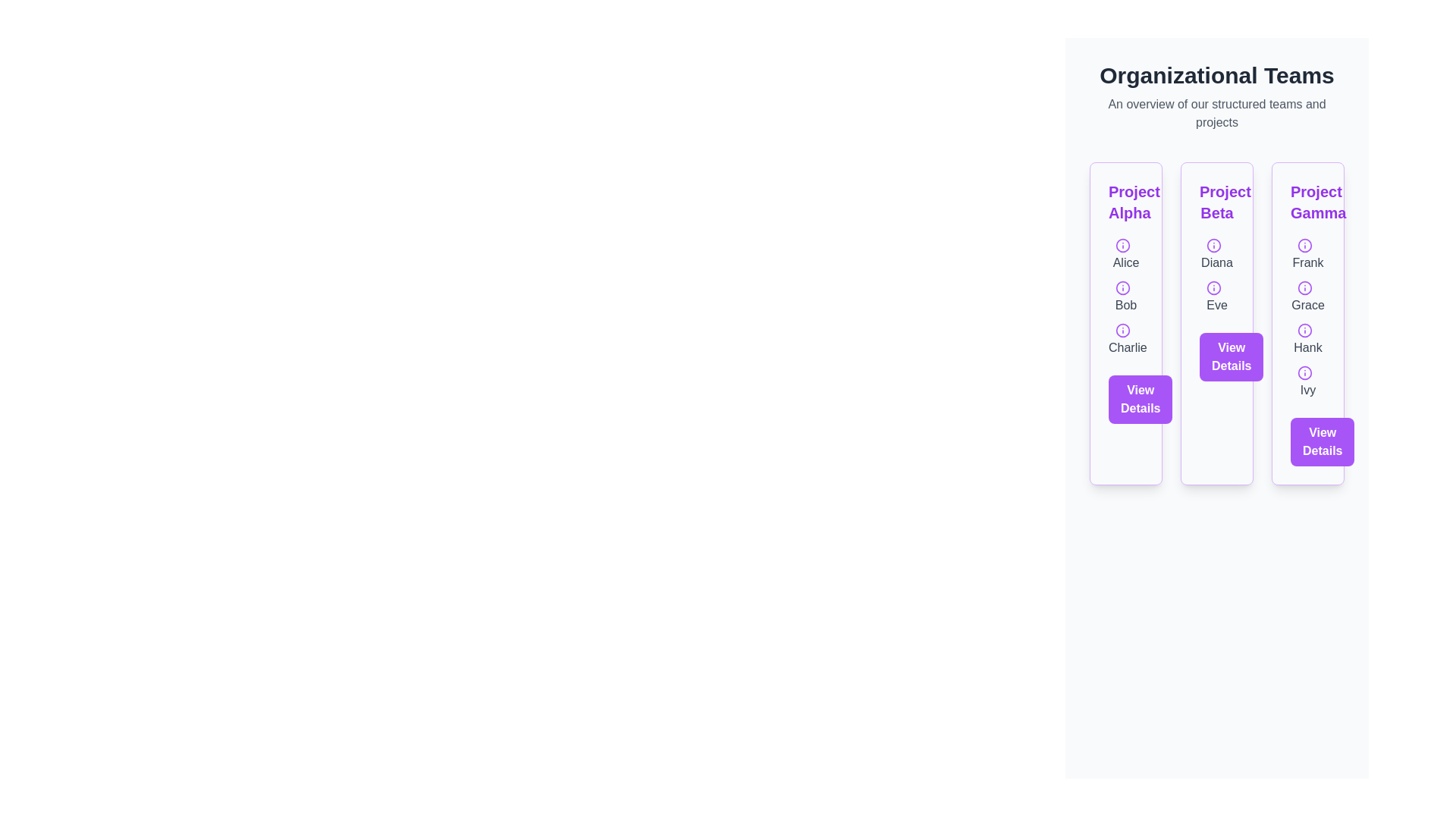 The height and width of the screenshot is (819, 1456). Describe the element at coordinates (1216, 253) in the screenshot. I see `the Text Label displaying the name 'Diana' associated with 'Project Beta', located in the second column above 'Eve' and below a purple information icon` at that location.